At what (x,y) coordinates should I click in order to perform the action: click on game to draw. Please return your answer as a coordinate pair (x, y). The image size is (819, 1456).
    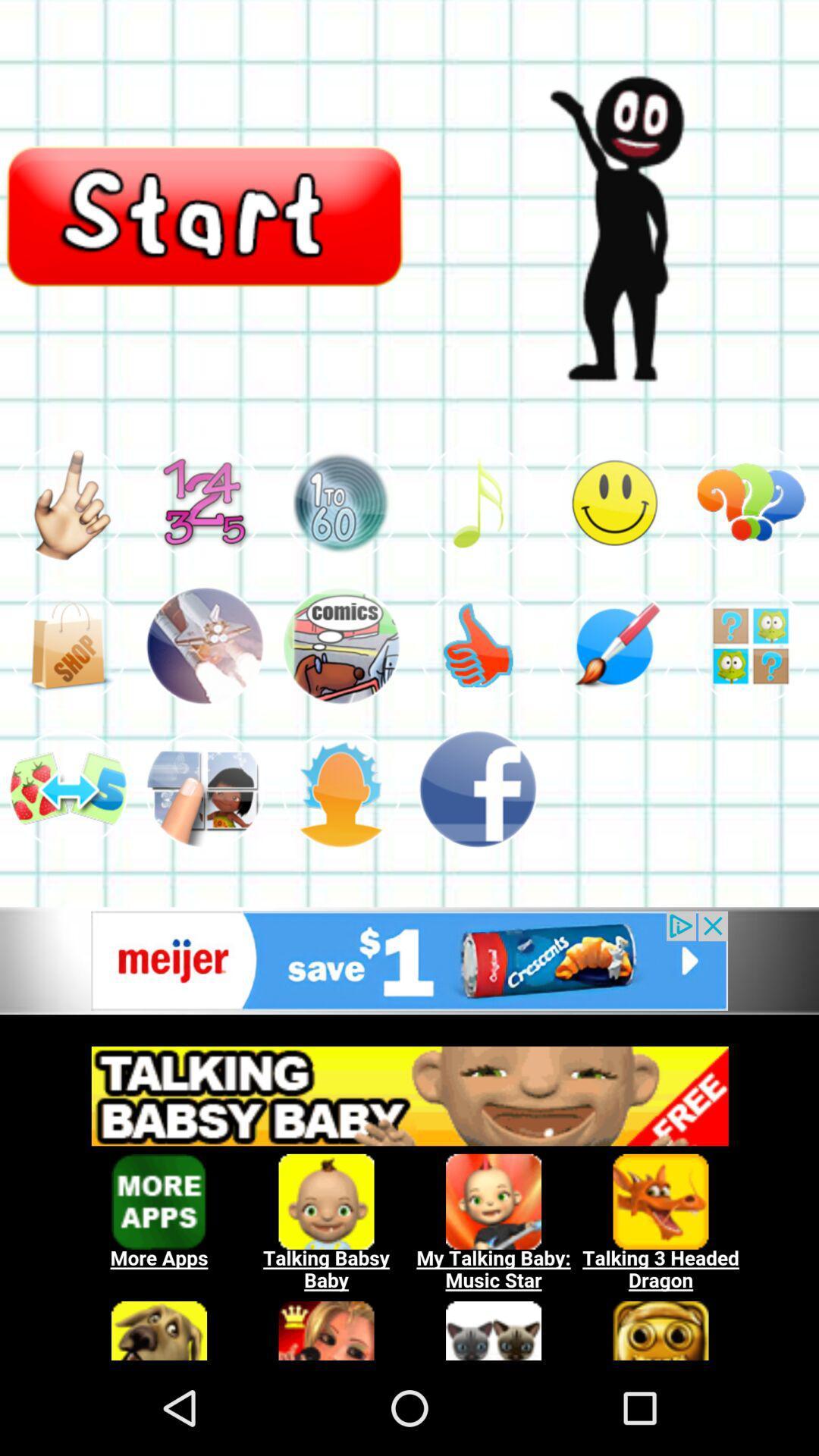
    Looking at the image, I should click on (614, 645).